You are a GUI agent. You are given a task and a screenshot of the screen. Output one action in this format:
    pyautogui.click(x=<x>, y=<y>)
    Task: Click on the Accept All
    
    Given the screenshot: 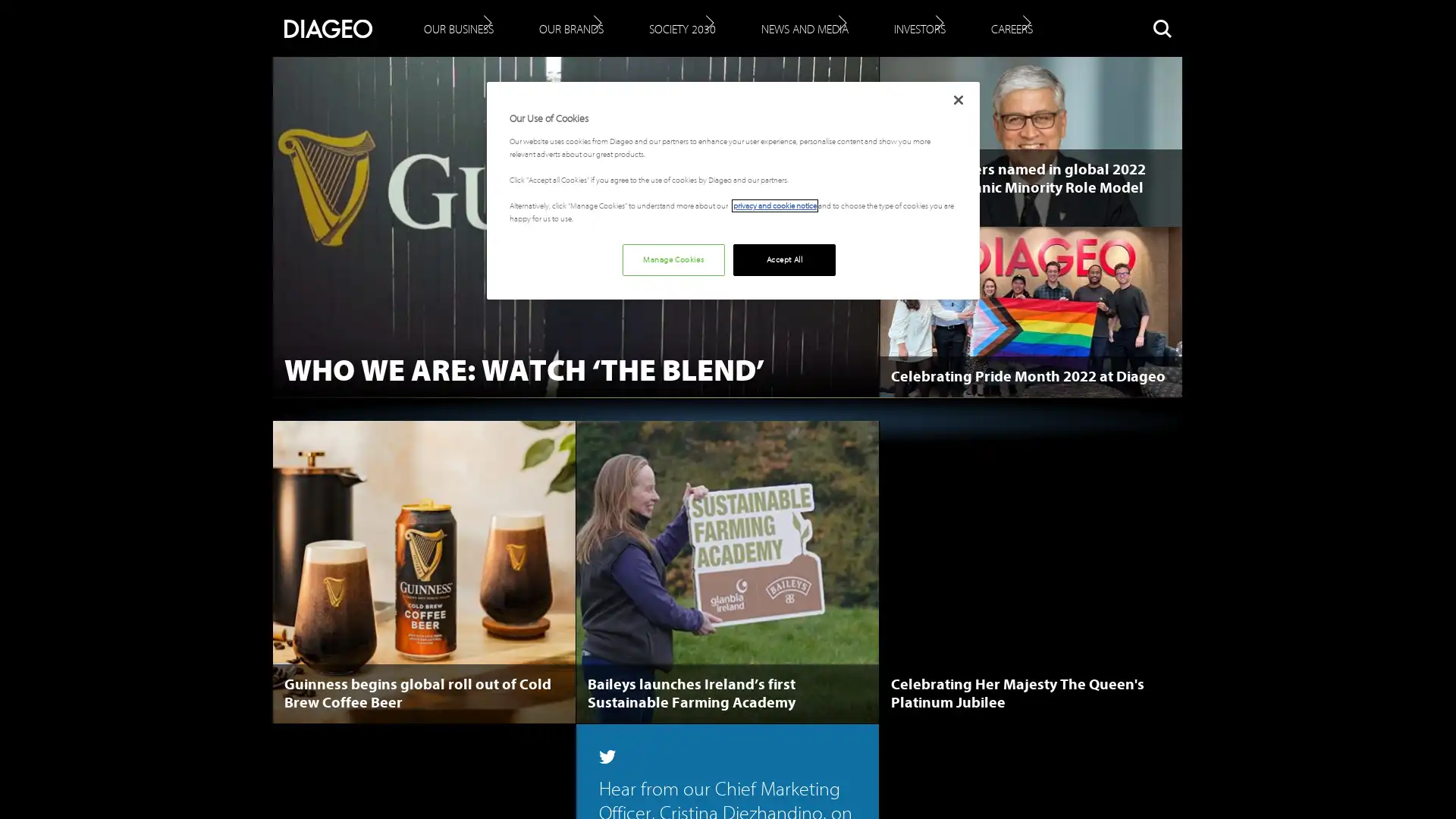 What is the action you would take?
    pyautogui.click(x=784, y=259)
    